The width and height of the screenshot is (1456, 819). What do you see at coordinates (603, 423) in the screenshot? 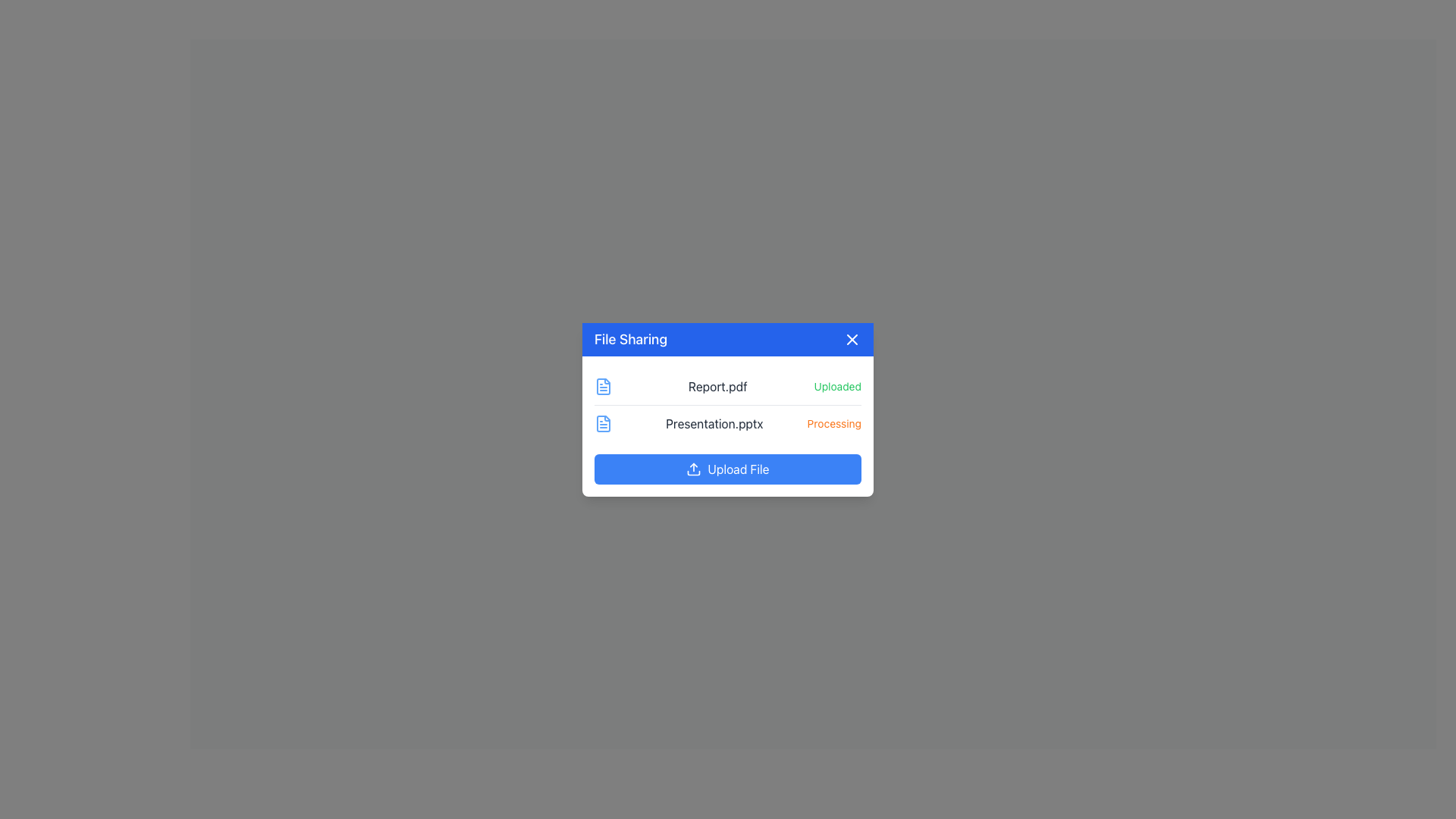
I see `the icon representing the file type for 'Presentation.pptx', which is located to the left of the file name in the same row` at bounding box center [603, 423].